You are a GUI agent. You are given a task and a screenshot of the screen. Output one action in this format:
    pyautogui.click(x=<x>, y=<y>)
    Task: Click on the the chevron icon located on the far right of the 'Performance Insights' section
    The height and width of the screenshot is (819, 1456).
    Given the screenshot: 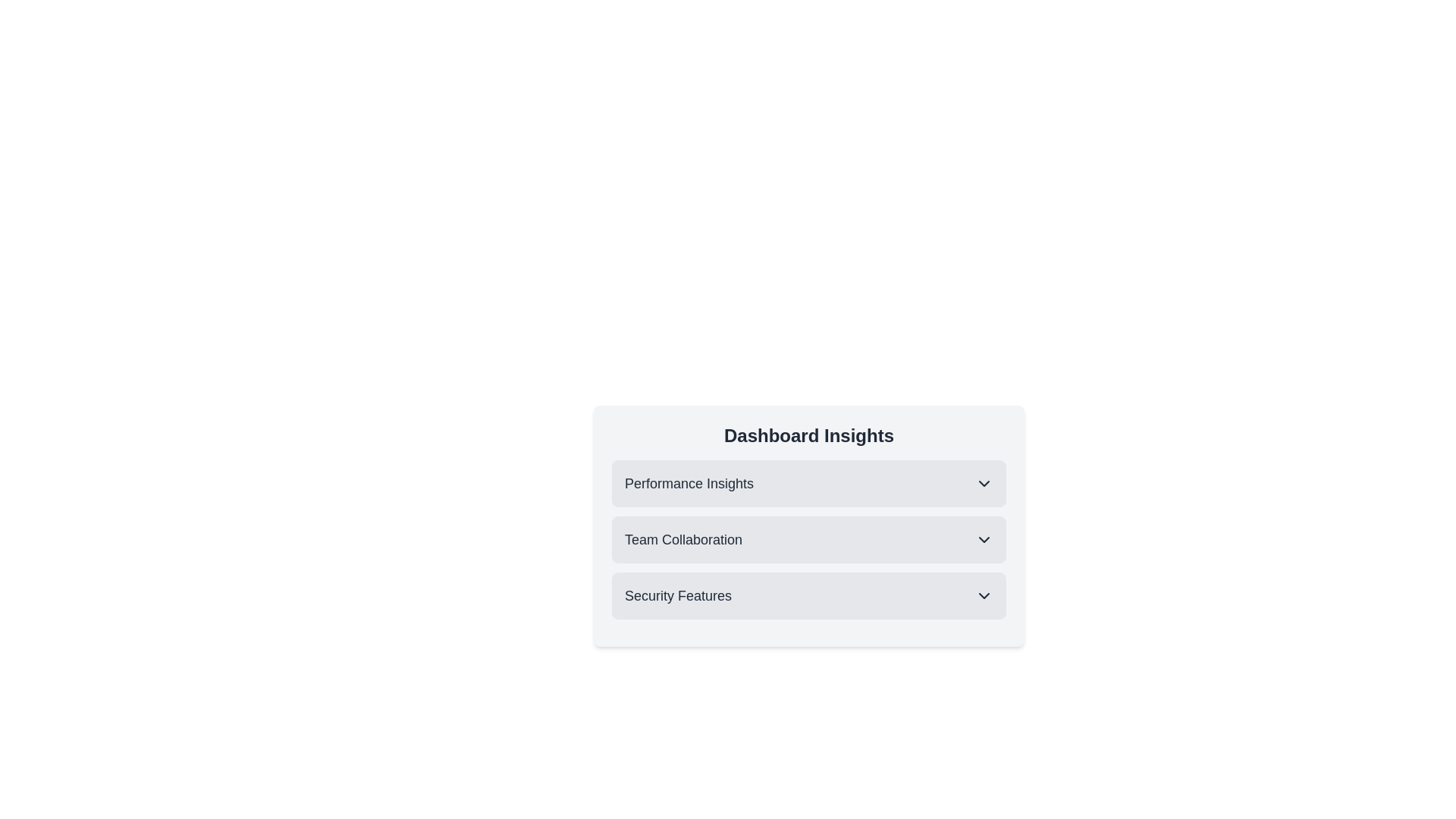 What is the action you would take?
    pyautogui.click(x=984, y=483)
    